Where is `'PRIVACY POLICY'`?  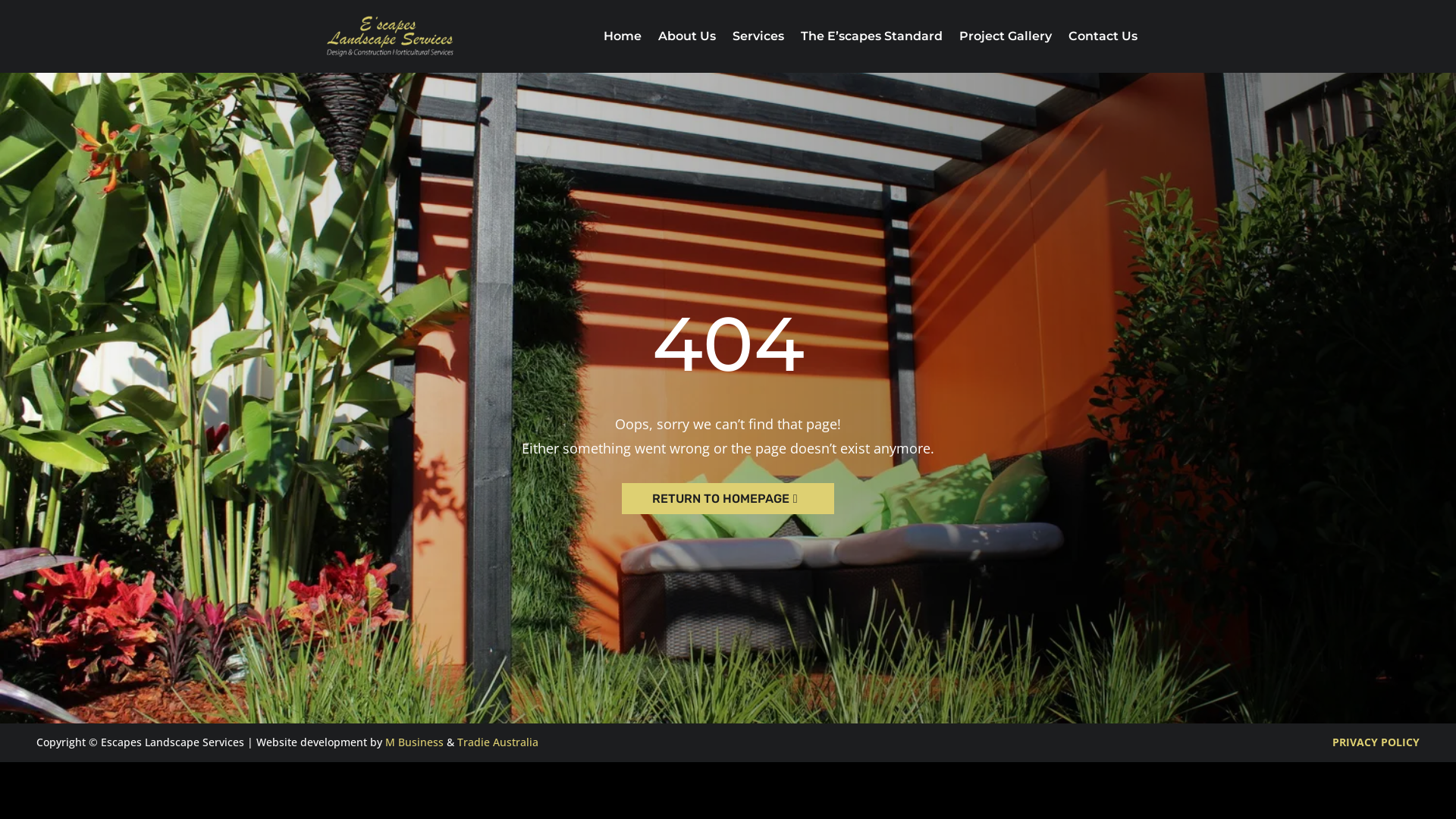 'PRIVACY POLICY' is located at coordinates (1376, 741).